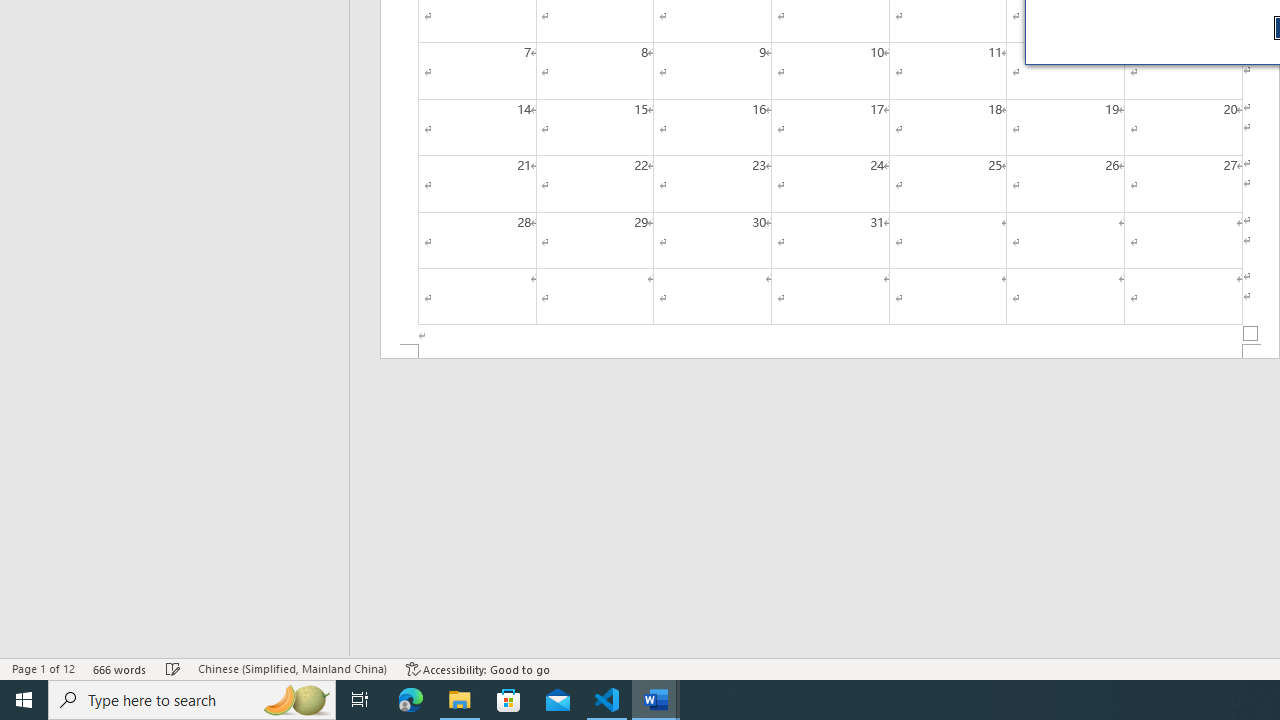  What do you see at coordinates (24, 698) in the screenshot?
I see `'Start'` at bounding box center [24, 698].